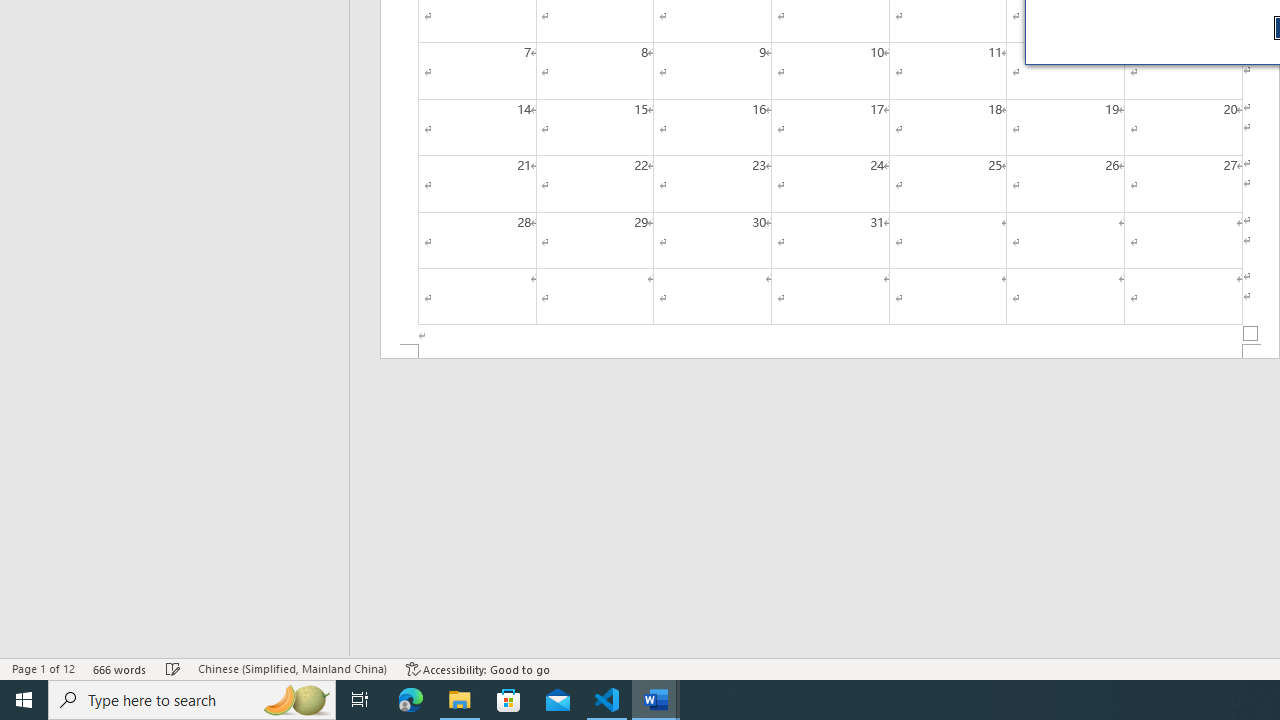  What do you see at coordinates (24, 698) in the screenshot?
I see `'Start'` at bounding box center [24, 698].